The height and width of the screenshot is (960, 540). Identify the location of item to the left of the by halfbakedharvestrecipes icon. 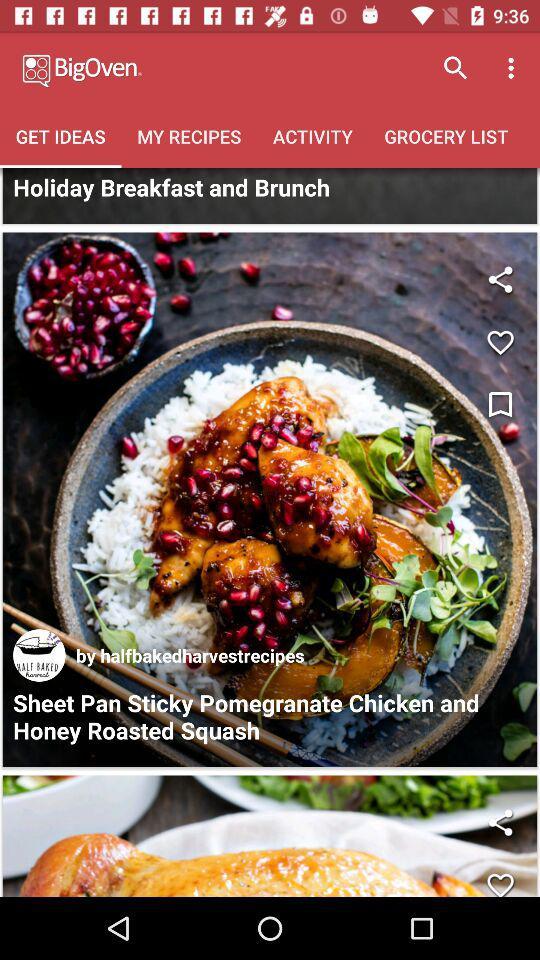
(39, 654).